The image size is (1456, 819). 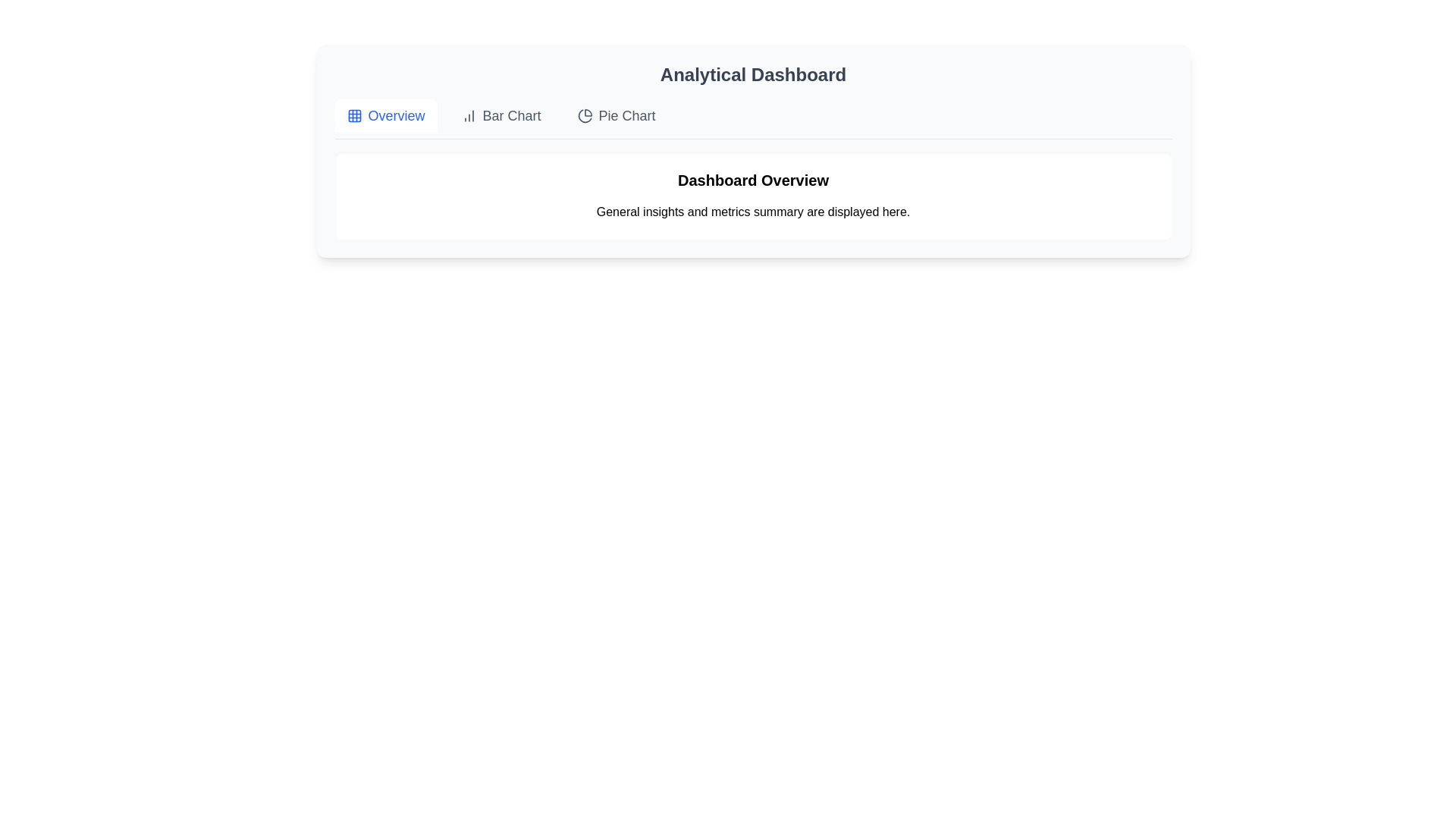 I want to click on contextual information from the Text label located below the 'Dashboard Overview' title, which summarizes insights and metrics on the dashboard, so click(x=753, y=212).